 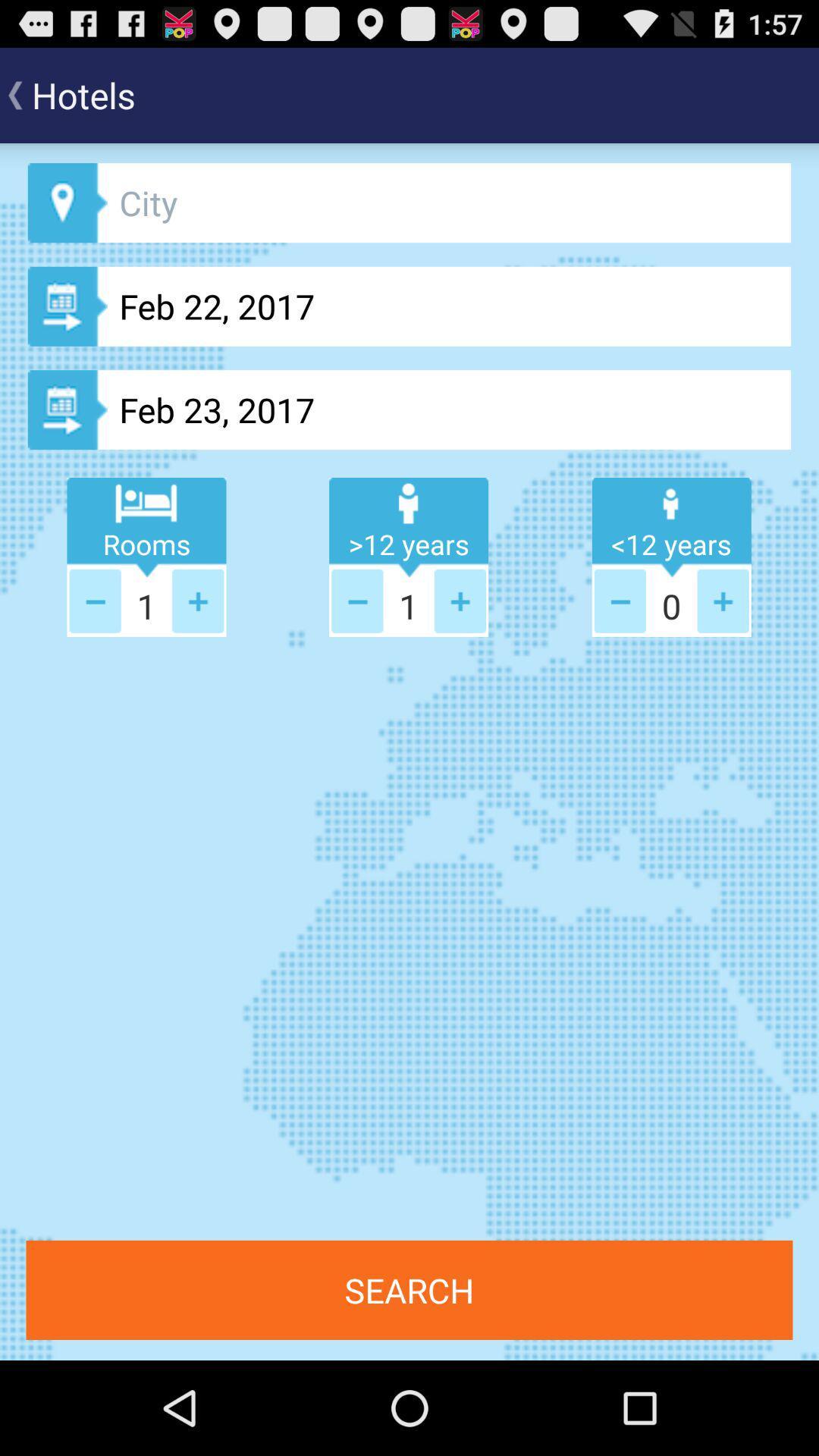 I want to click on the minus icon, so click(x=357, y=643).